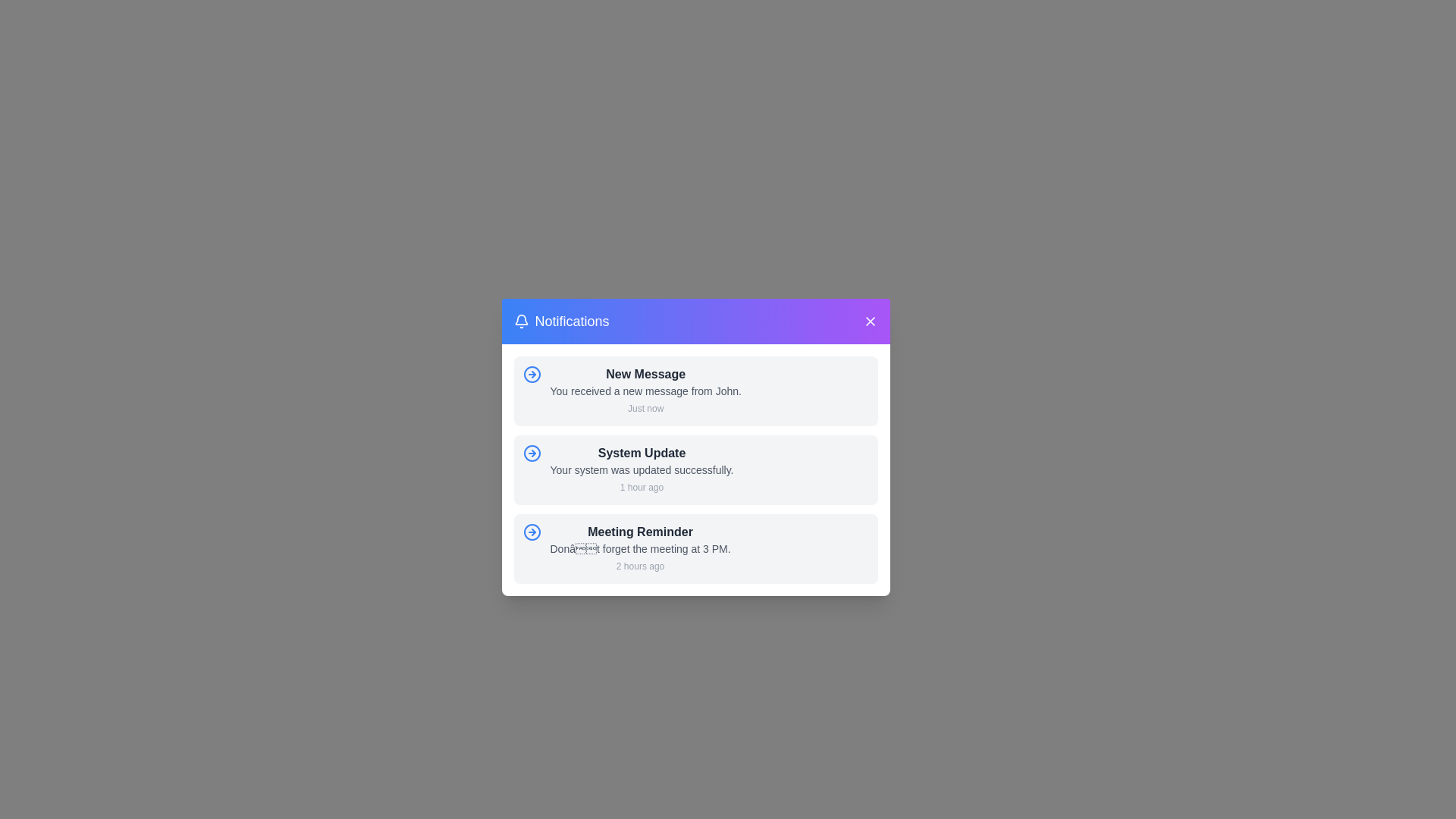 The width and height of the screenshot is (1456, 819). I want to click on the title Text Label of the notification popup, which is positioned slightly right of center at the top of the popup and next to a bell icon, so click(571, 321).